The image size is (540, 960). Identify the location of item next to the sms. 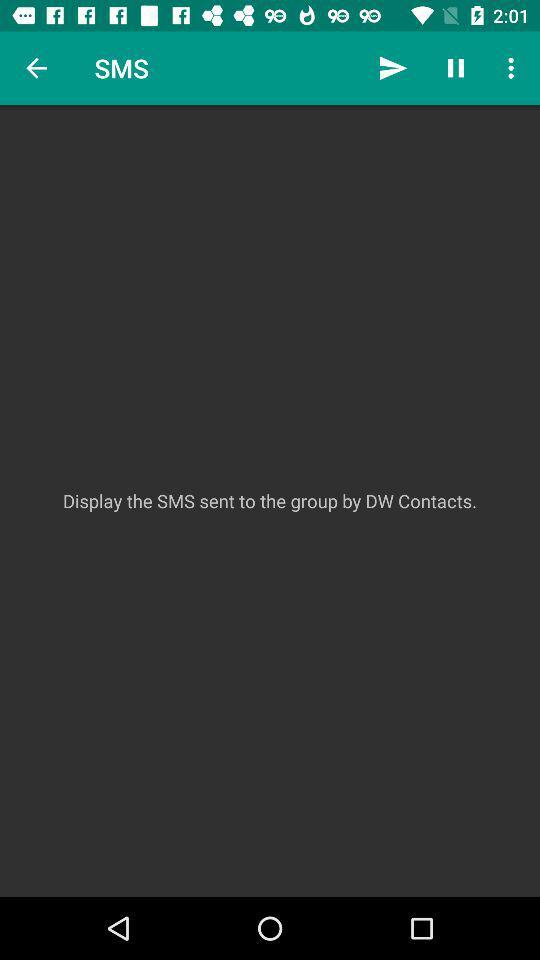
(36, 68).